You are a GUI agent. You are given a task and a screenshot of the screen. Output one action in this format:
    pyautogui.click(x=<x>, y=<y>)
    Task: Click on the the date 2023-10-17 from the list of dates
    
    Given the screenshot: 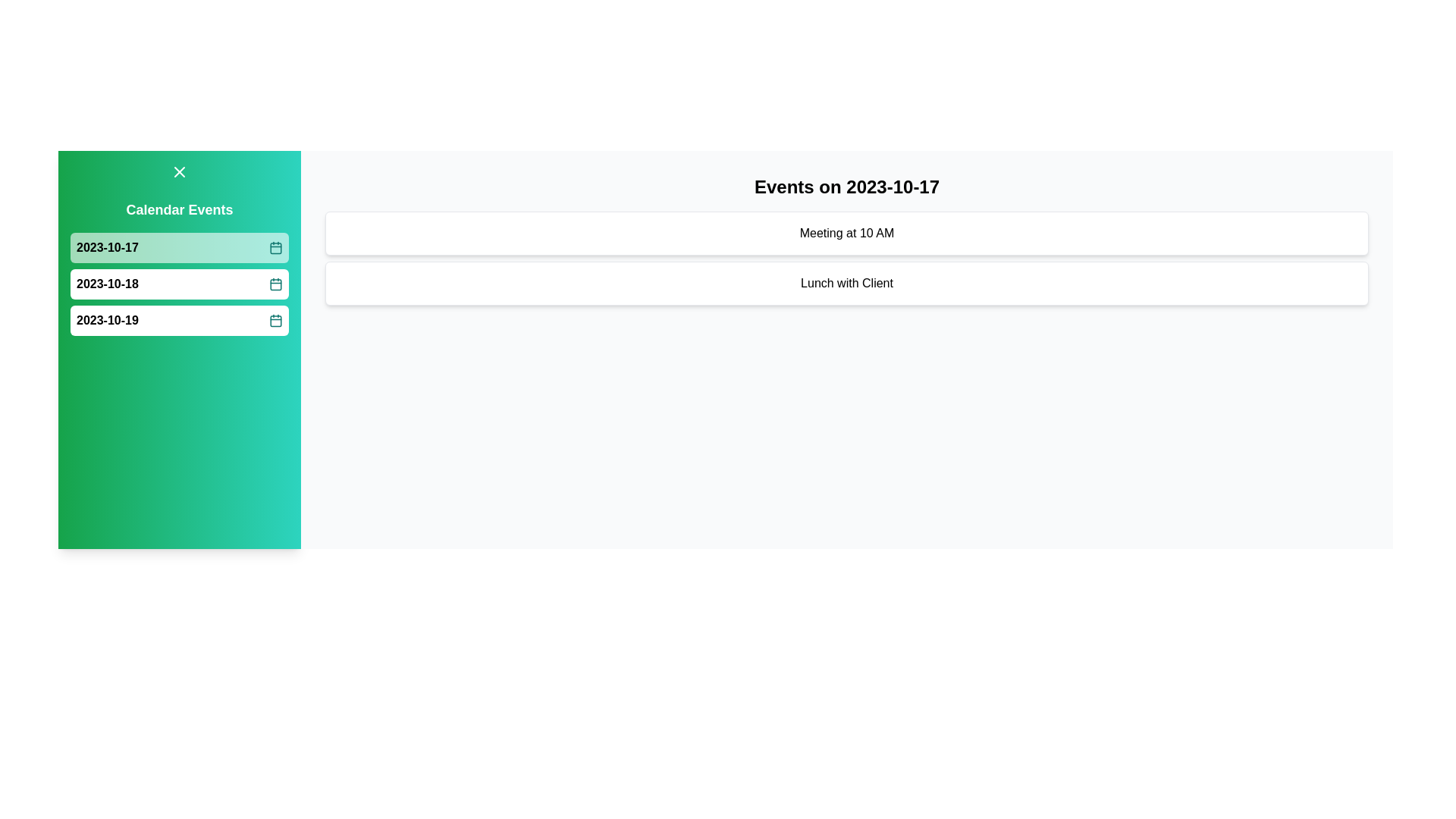 What is the action you would take?
    pyautogui.click(x=179, y=247)
    